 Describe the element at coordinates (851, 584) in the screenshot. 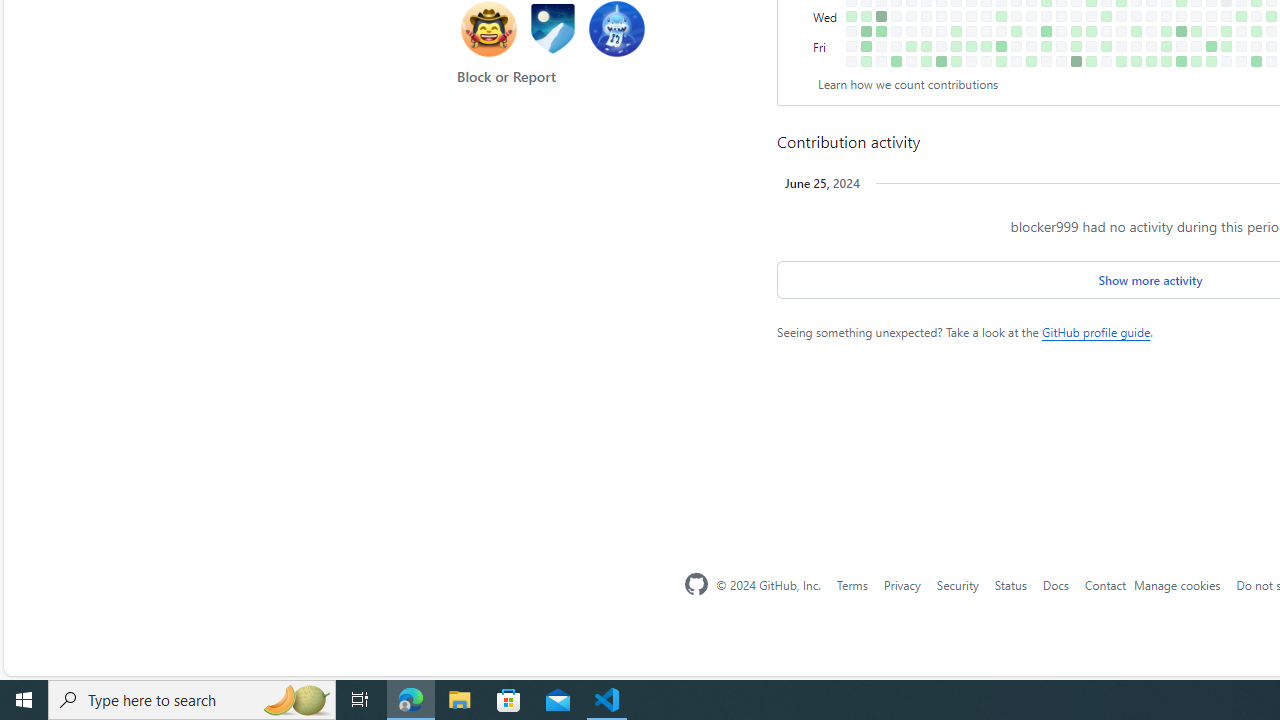

I see `'Terms'` at that location.